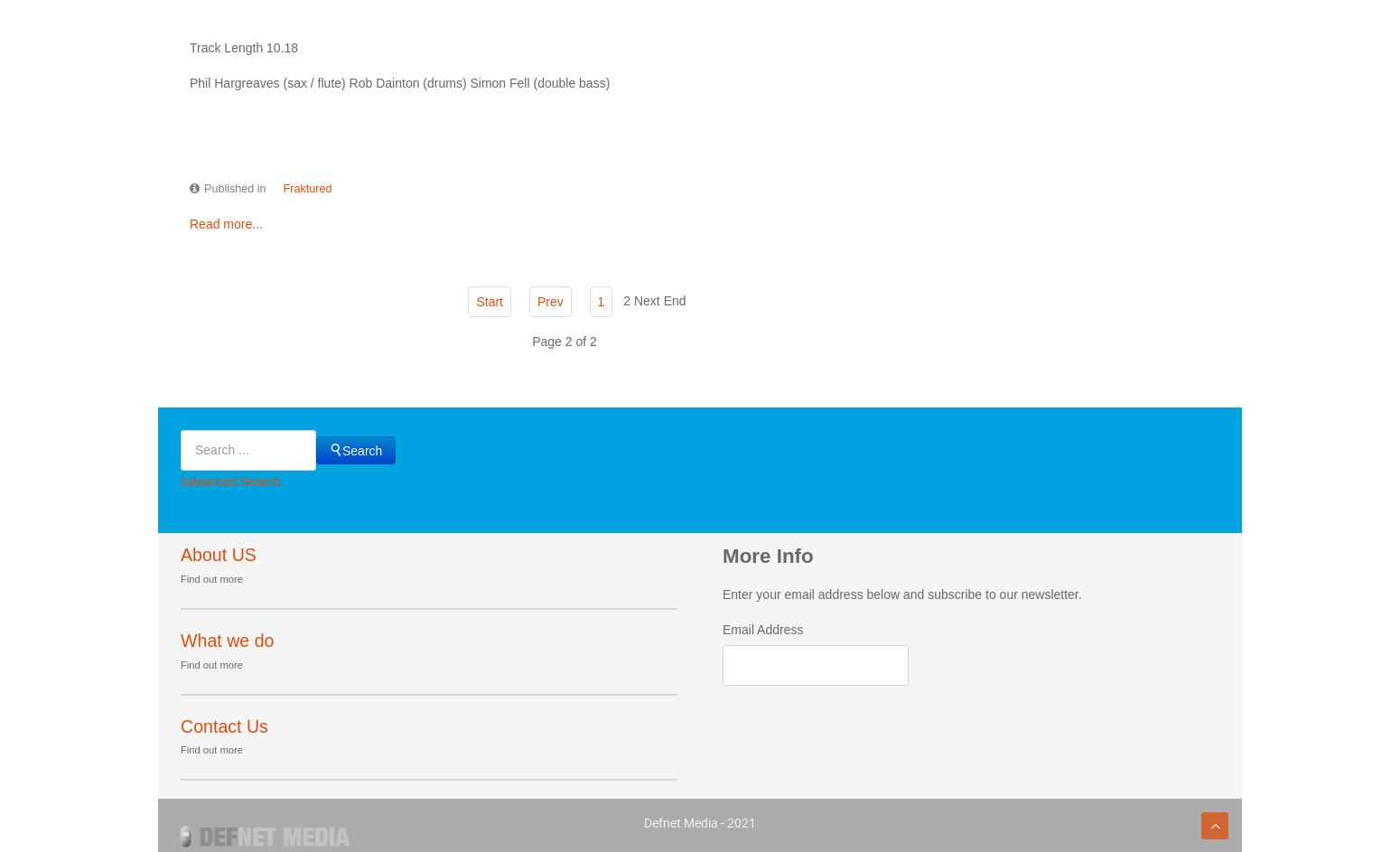  I want to click on 'Prev', so click(536, 300).